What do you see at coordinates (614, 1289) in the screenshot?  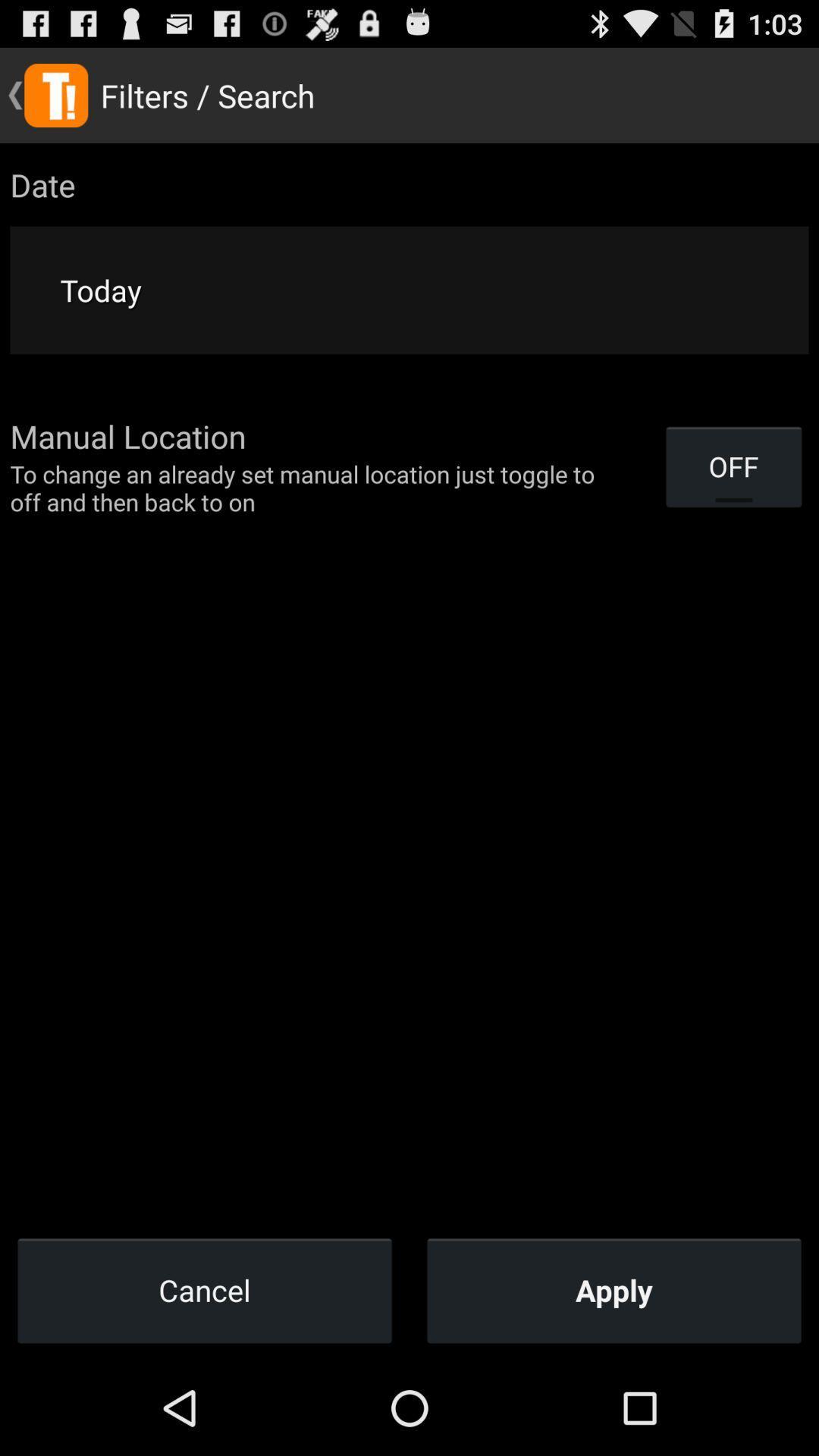 I see `item below to change an item` at bounding box center [614, 1289].